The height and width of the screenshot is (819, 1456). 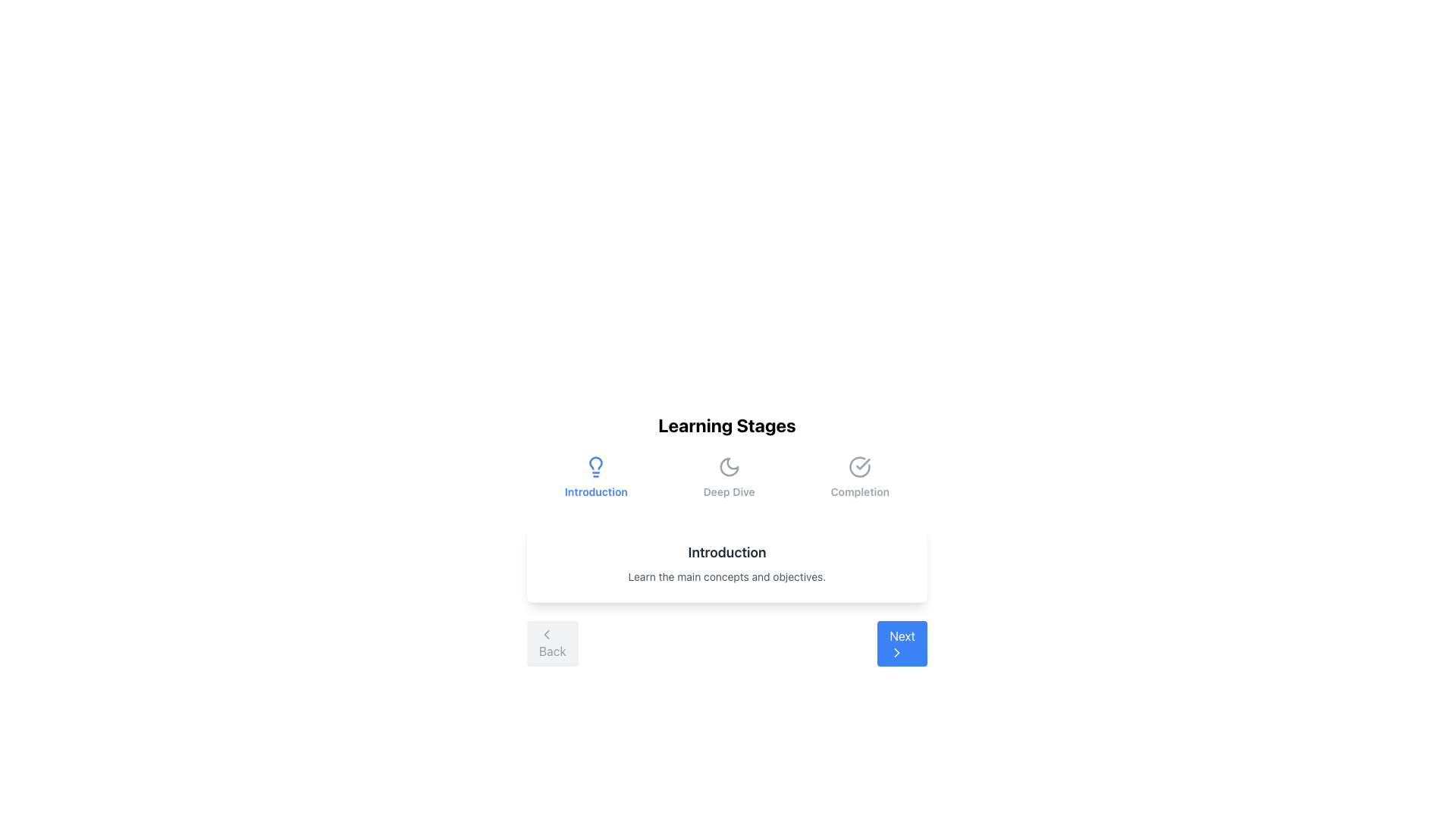 What do you see at coordinates (729, 476) in the screenshot?
I see `the non-interactive visual indicator denoting the 'Deep Dive' phase in the bottom center region of the interface` at bounding box center [729, 476].